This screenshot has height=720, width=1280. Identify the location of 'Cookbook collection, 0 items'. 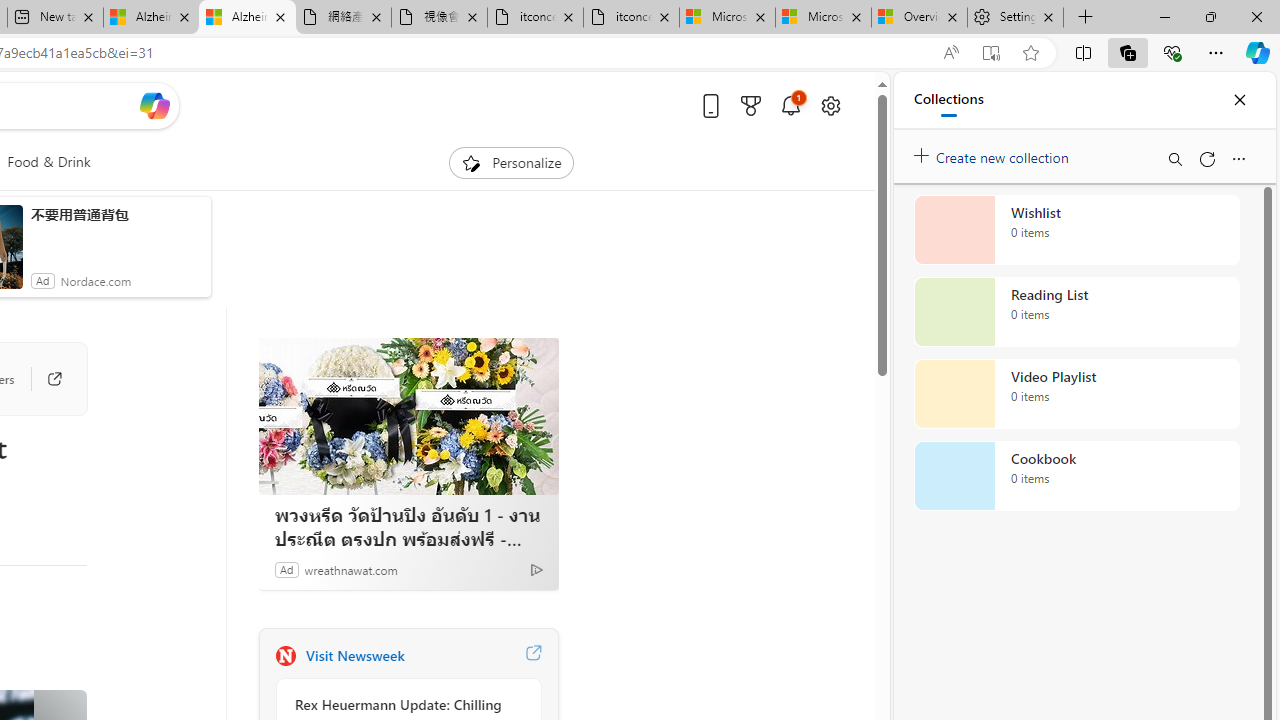
(1076, 475).